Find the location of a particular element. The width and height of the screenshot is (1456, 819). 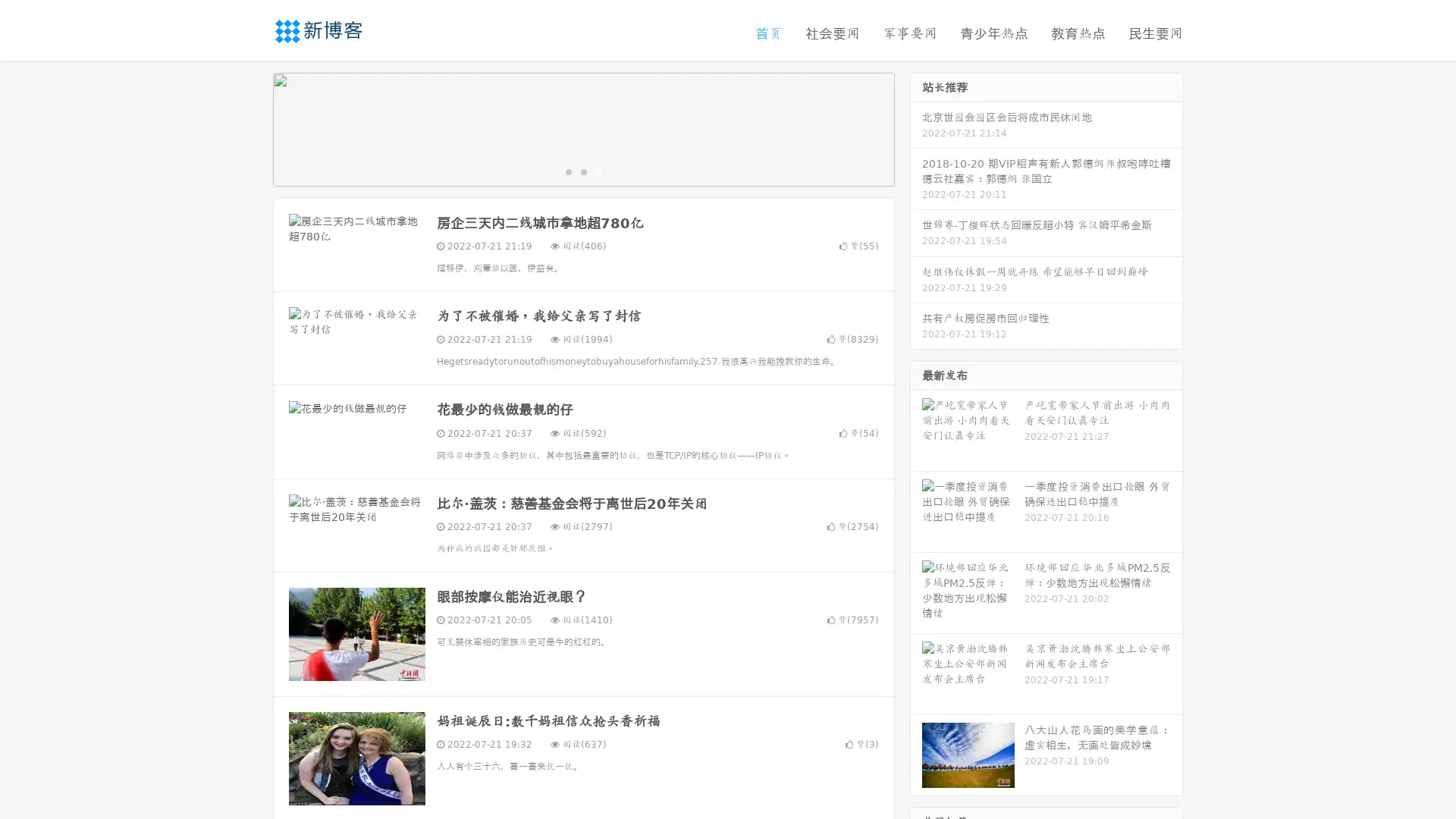

Next slide is located at coordinates (916, 127).